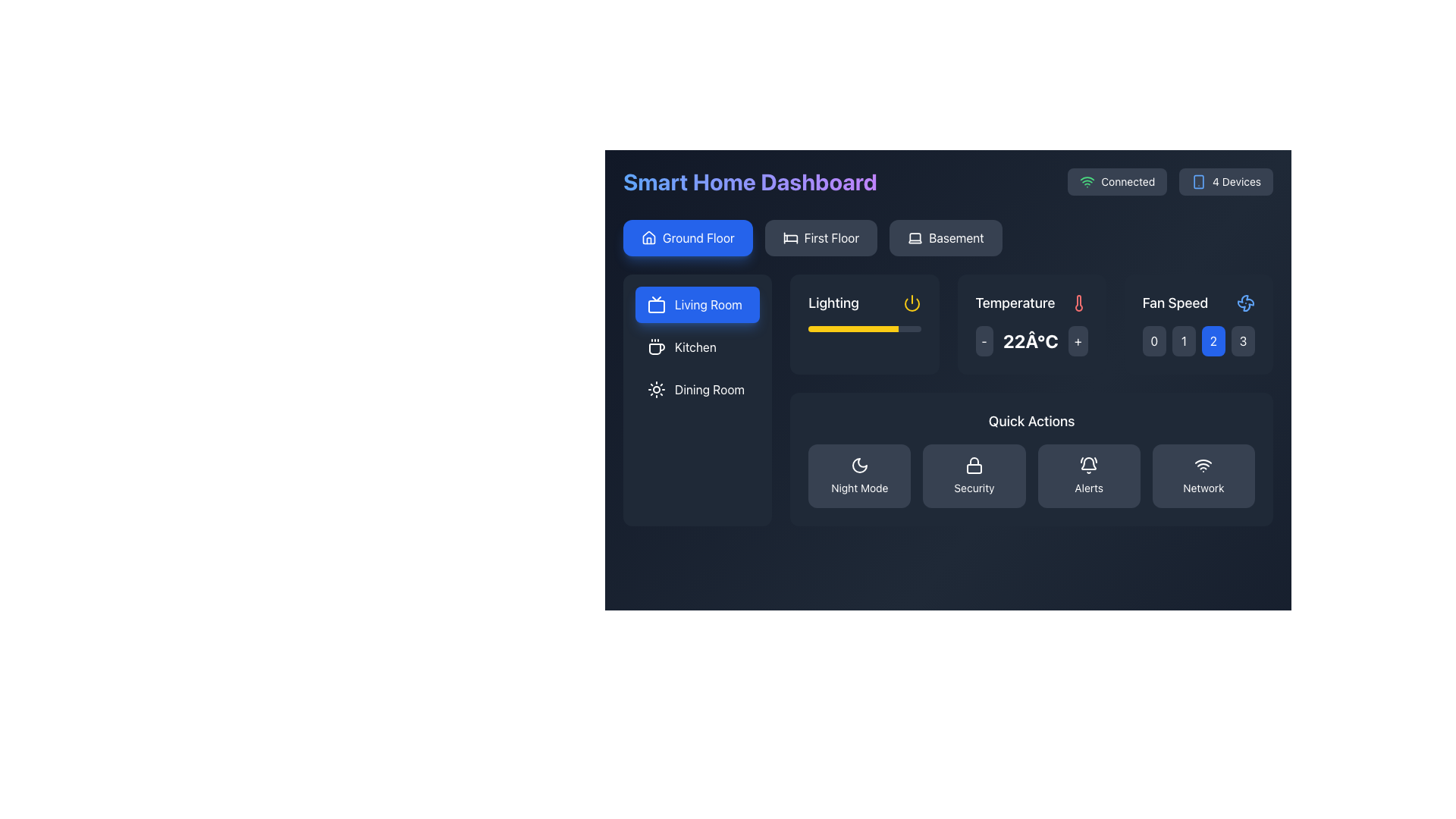 The width and height of the screenshot is (1456, 819). I want to click on the horizontal progress bar in the 'Lighting' section of the 'Smart Home Dashboard' that is 80% filled in yellow, so click(864, 328).